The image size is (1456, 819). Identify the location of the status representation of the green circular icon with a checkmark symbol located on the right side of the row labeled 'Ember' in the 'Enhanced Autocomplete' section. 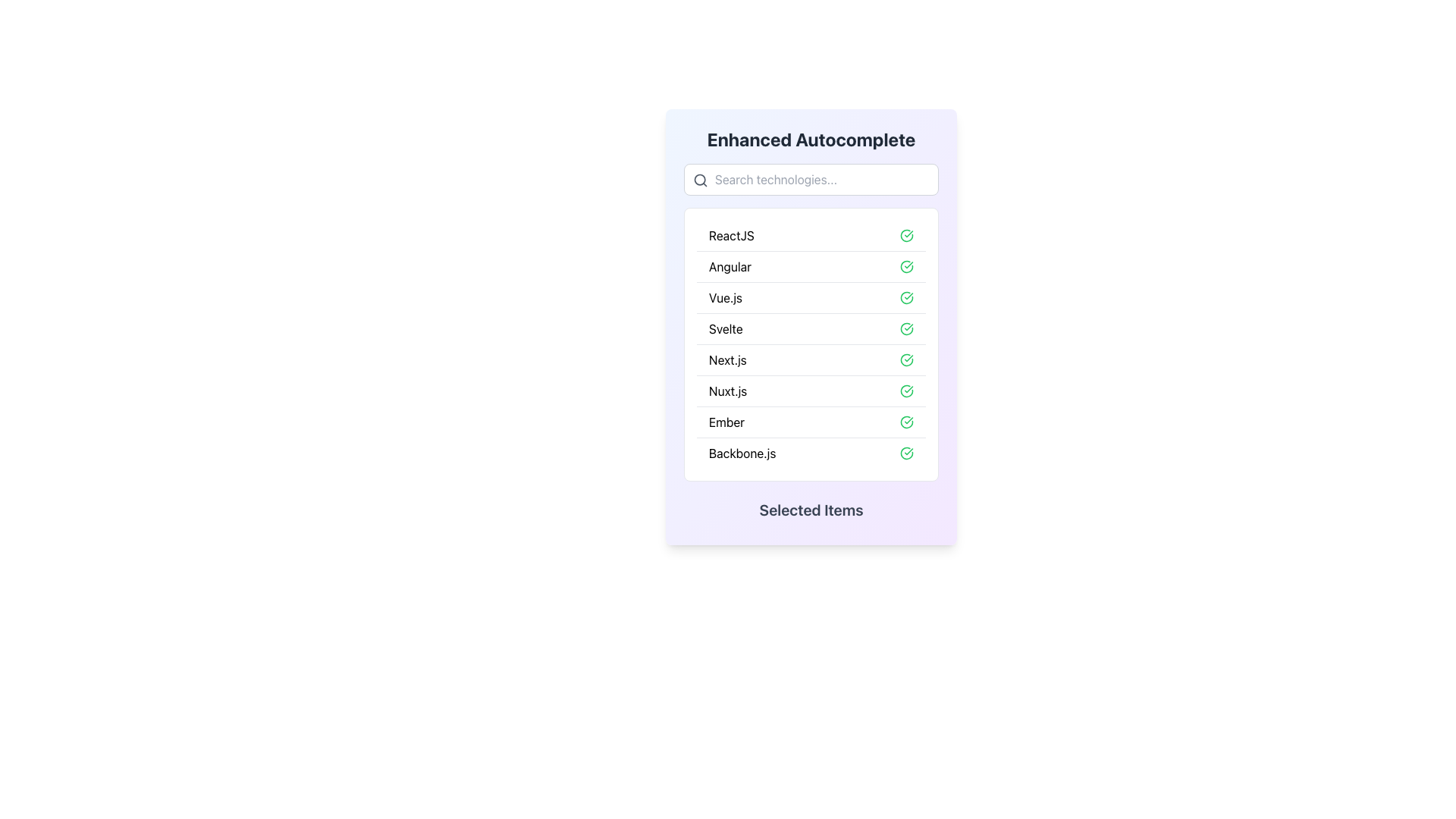
(906, 422).